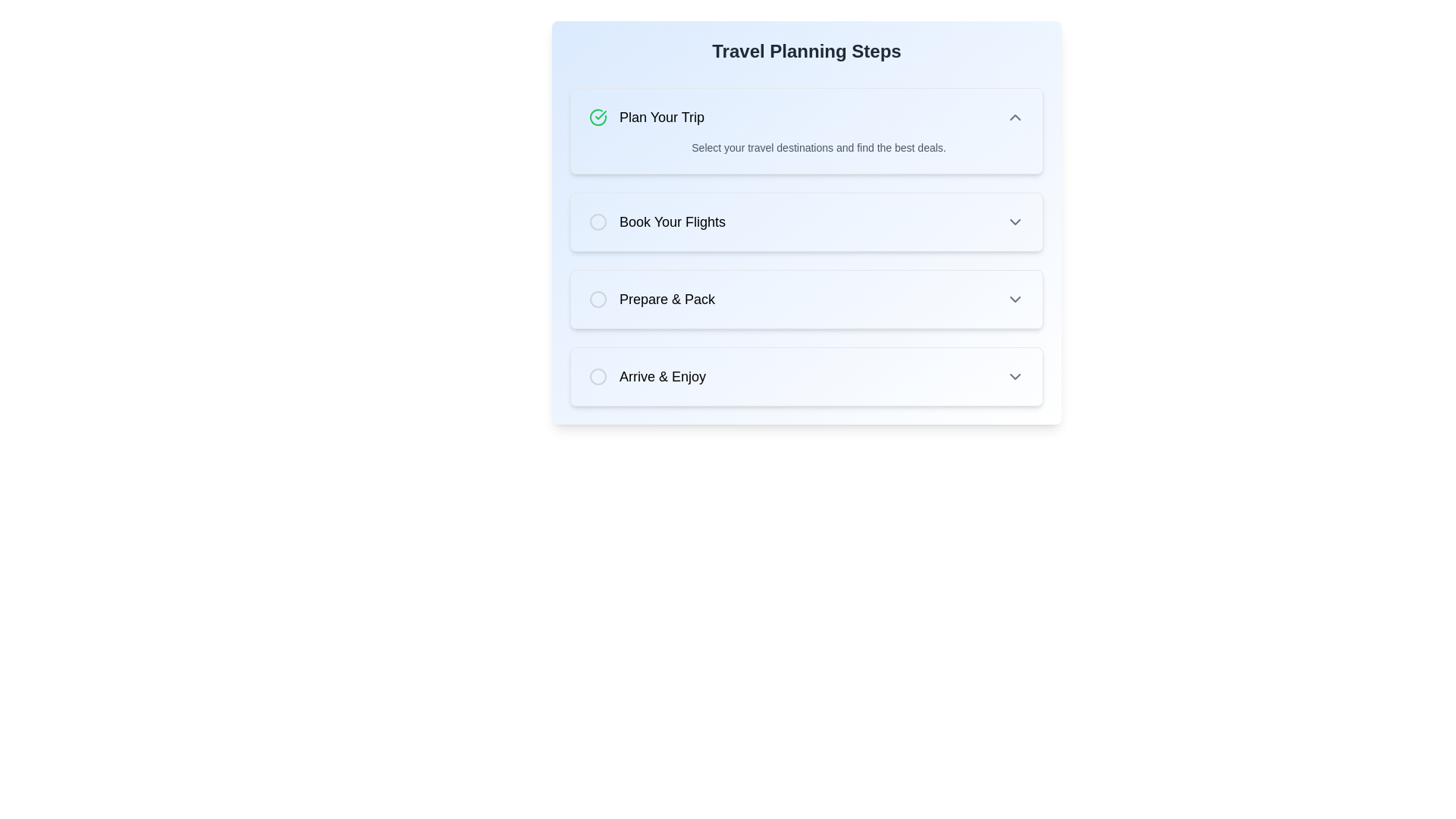  I want to click on the upward-pointing chevron icon located at the far right of the 'Plan Your Trip' row, so click(1015, 116).